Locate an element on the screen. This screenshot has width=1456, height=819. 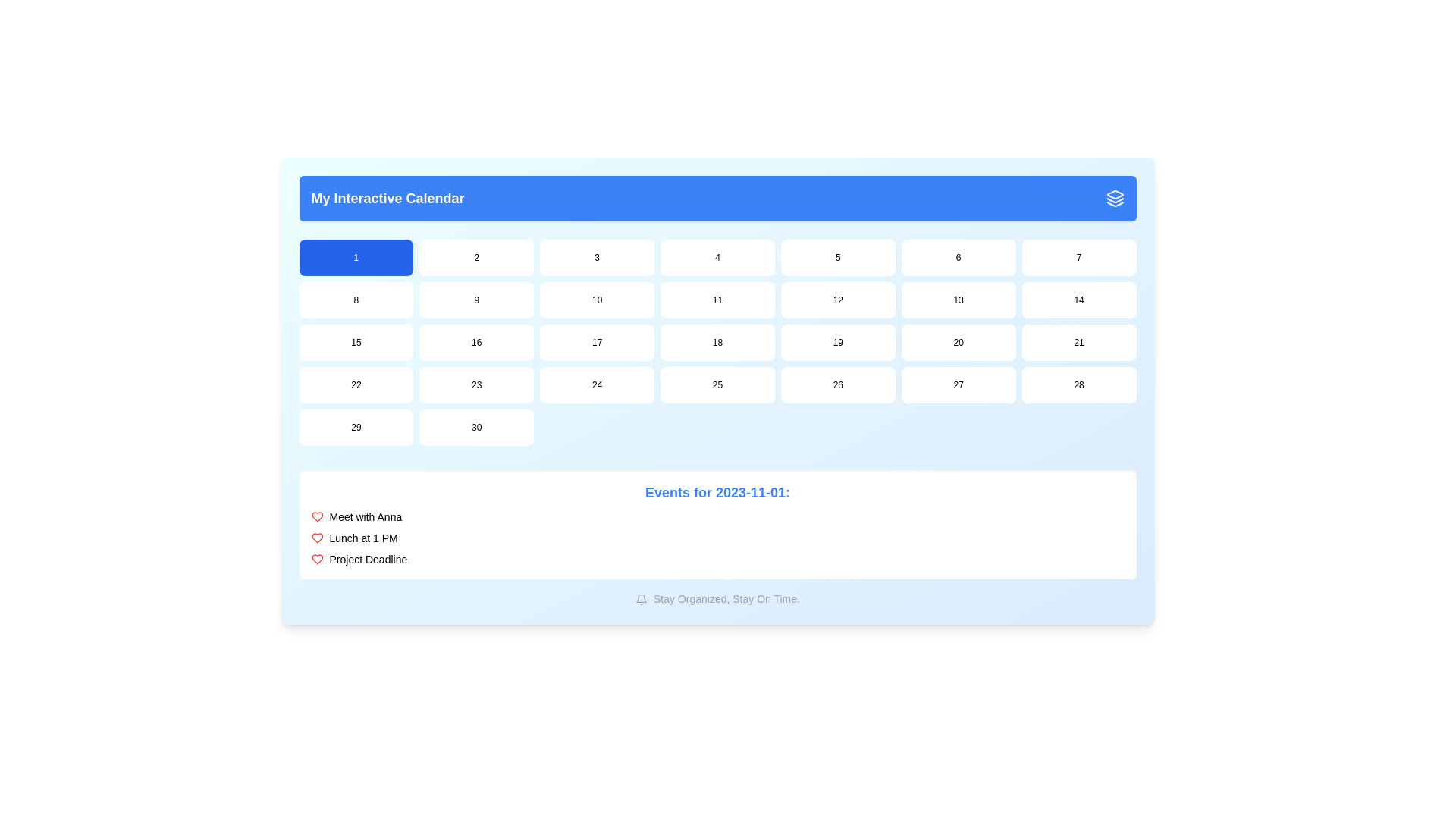
Text Label that serves as a heading for the list of events, providing date context for the listed events is located at coordinates (717, 493).